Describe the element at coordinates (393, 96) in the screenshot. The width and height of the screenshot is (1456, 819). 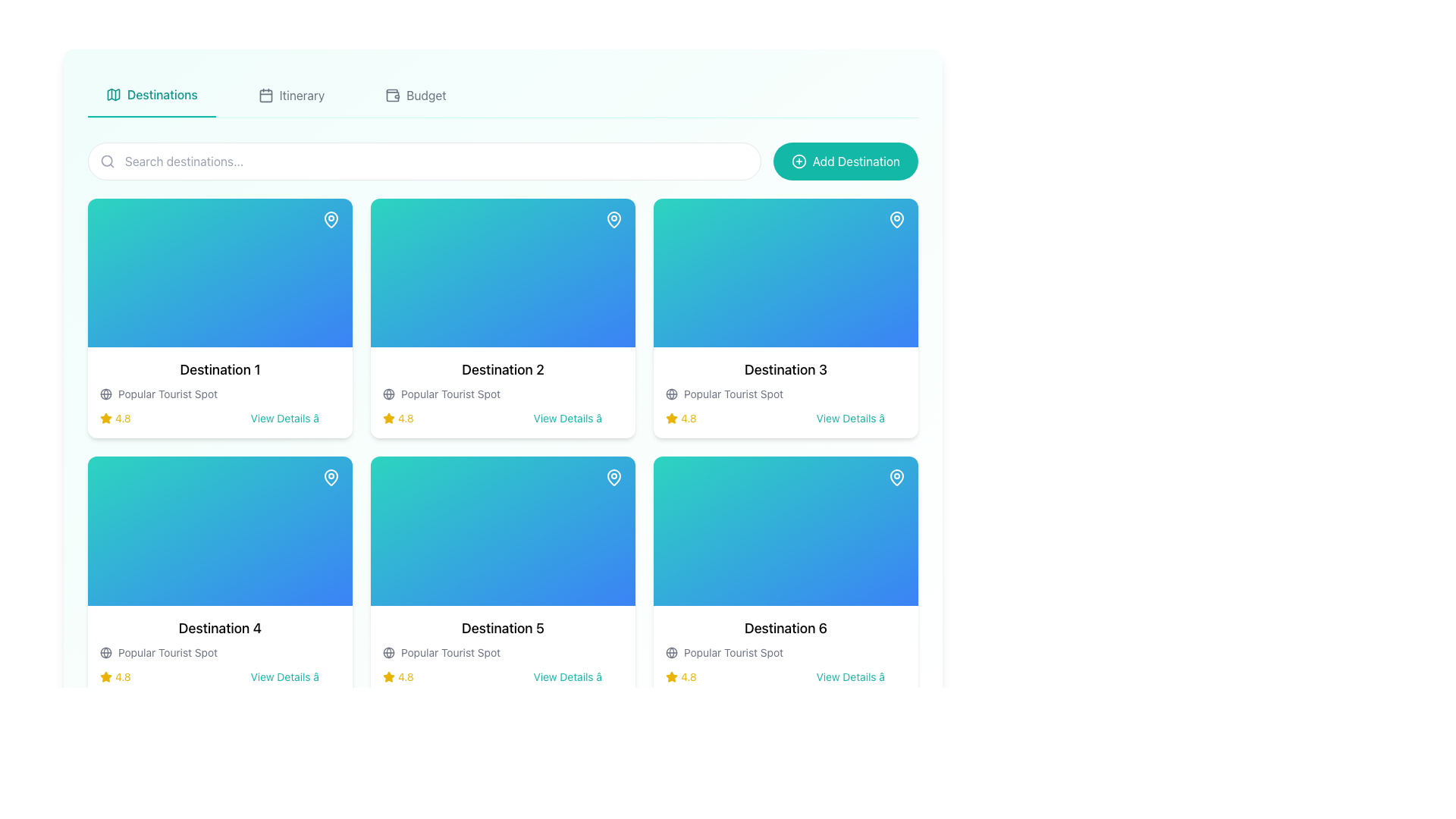
I see `the wallet icon in the navigation bar, which represents the budget-related feature associated with financial tracking or expense management` at that location.